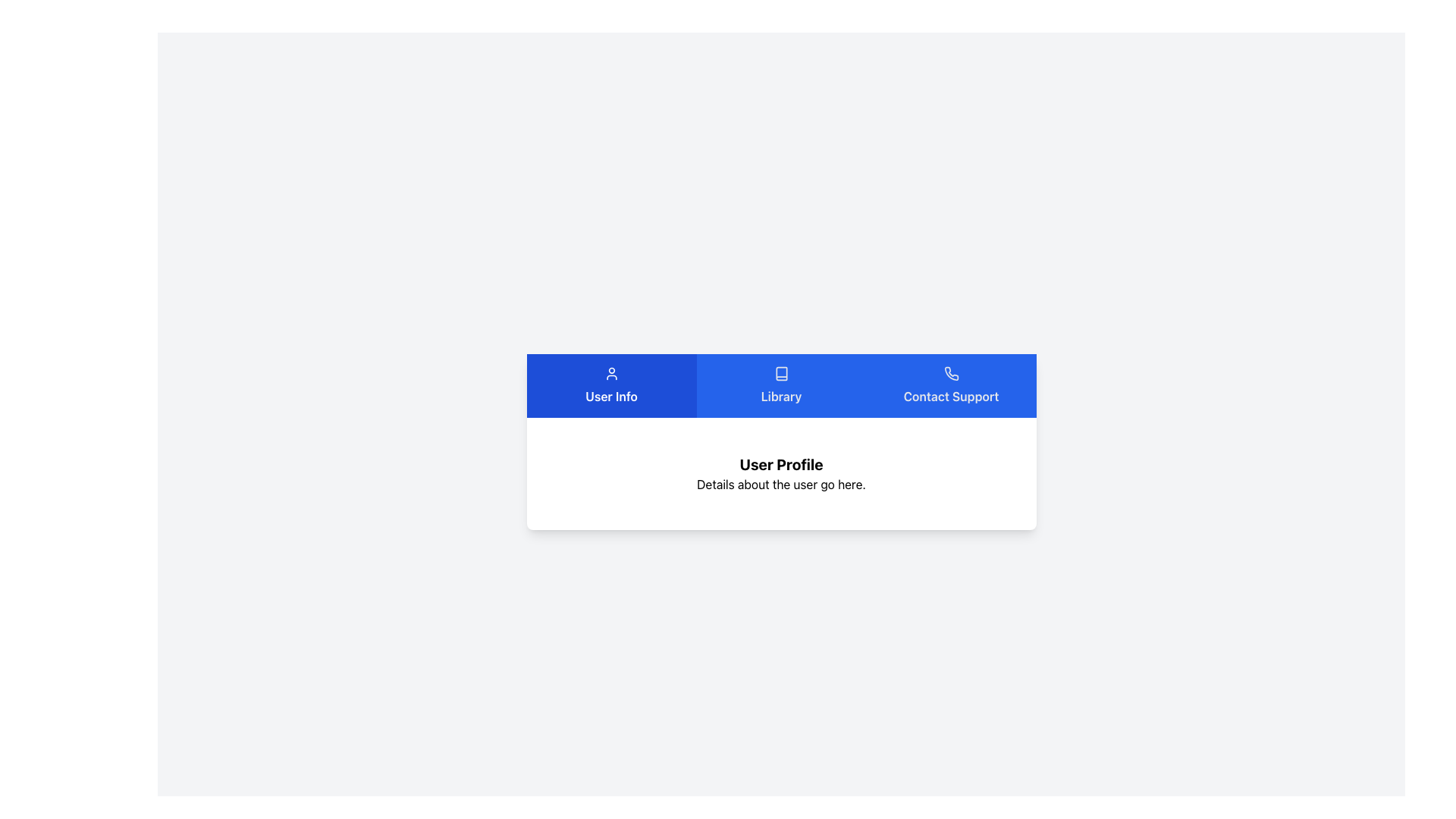 The width and height of the screenshot is (1456, 819). I want to click on the 'User Info' text label, which is styled in white against a blue background and is located in the leftmost section of the navigation bar, so click(611, 396).